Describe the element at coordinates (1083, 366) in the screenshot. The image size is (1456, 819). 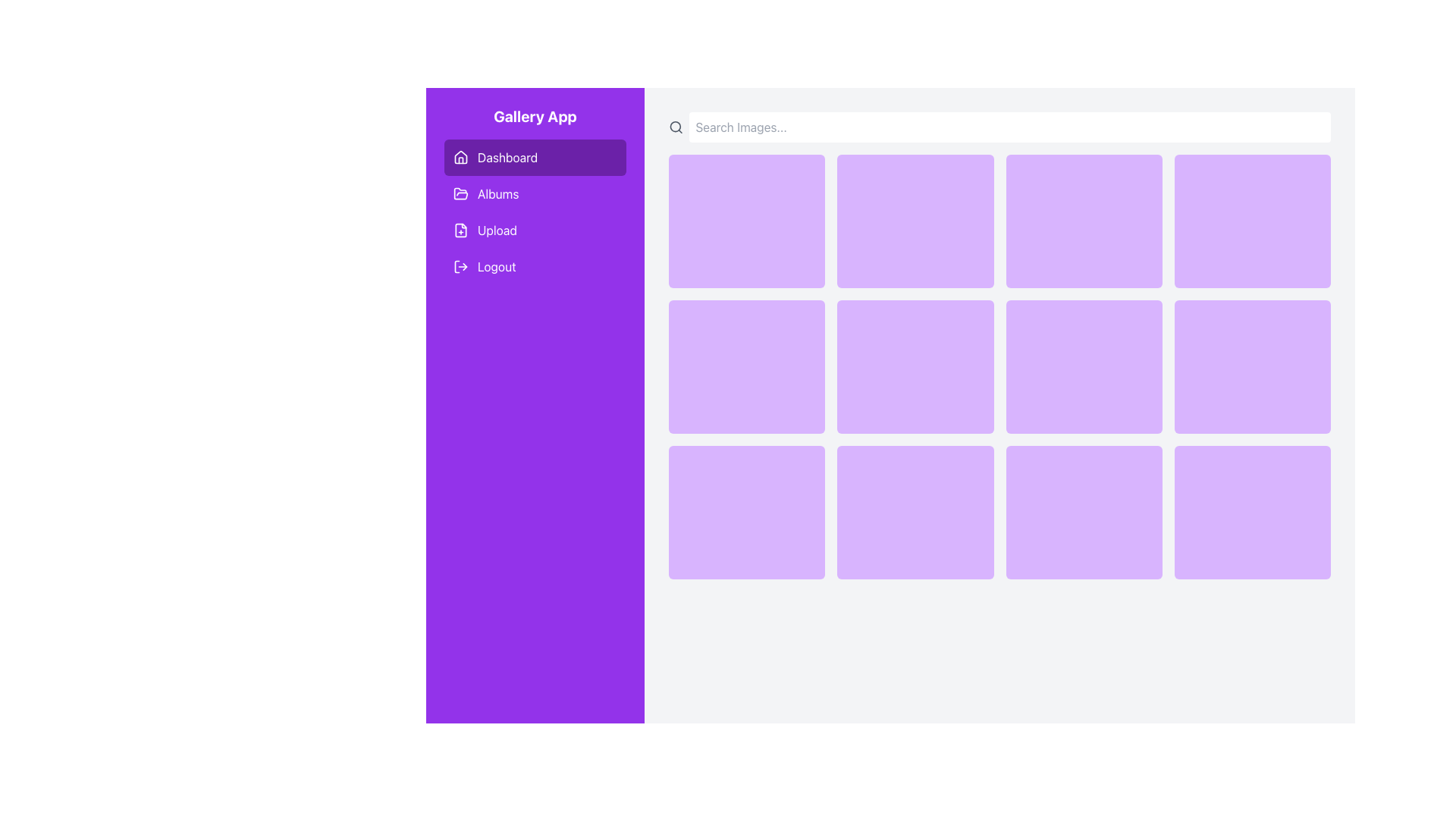
I see `the third tile in the second row of the grid layout, which acts as an interactive visual component for displaying or selecting related content` at that location.